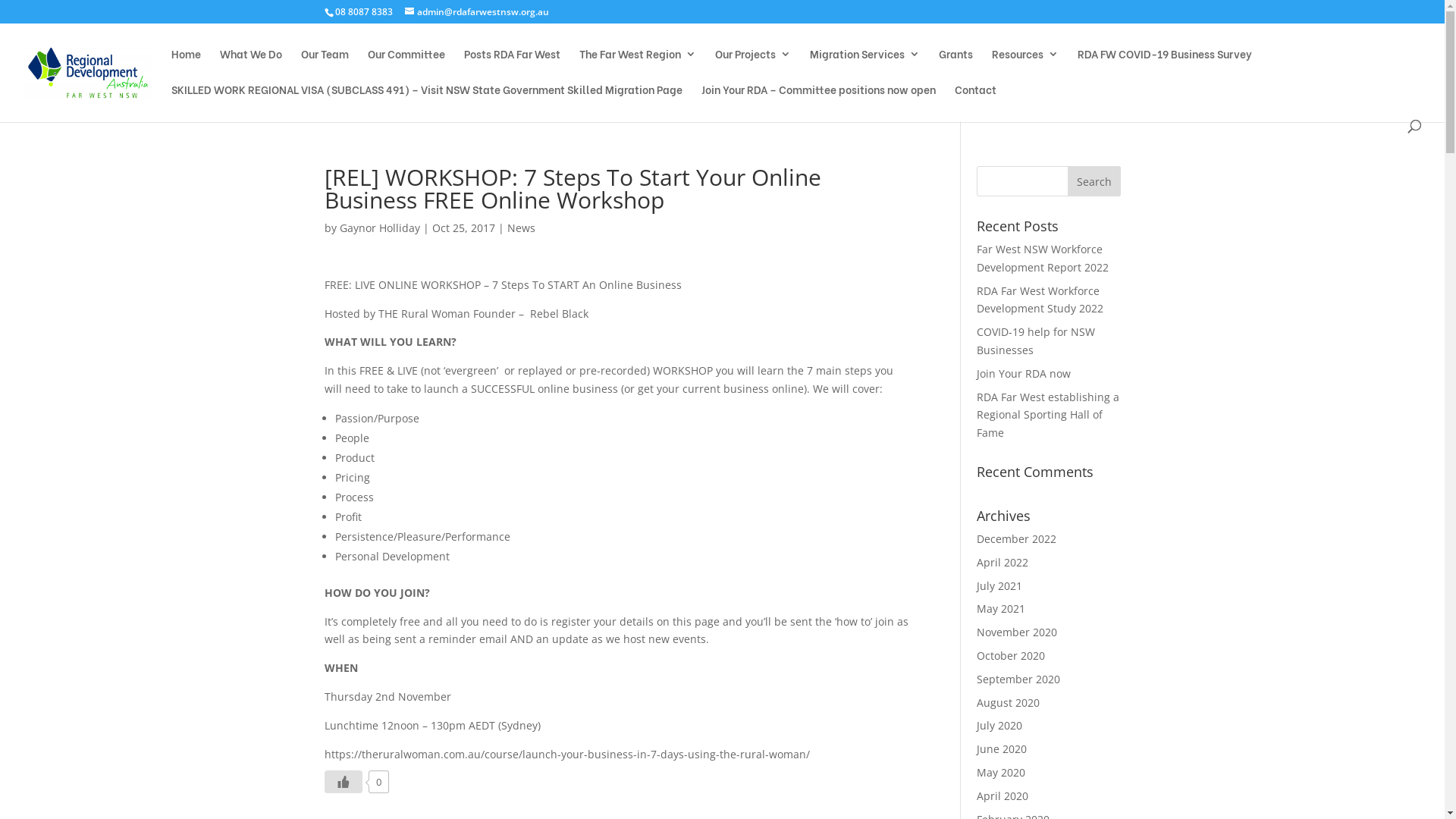  What do you see at coordinates (955, 65) in the screenshot?
I see `'Grants'` at bounding box center [955, 65].